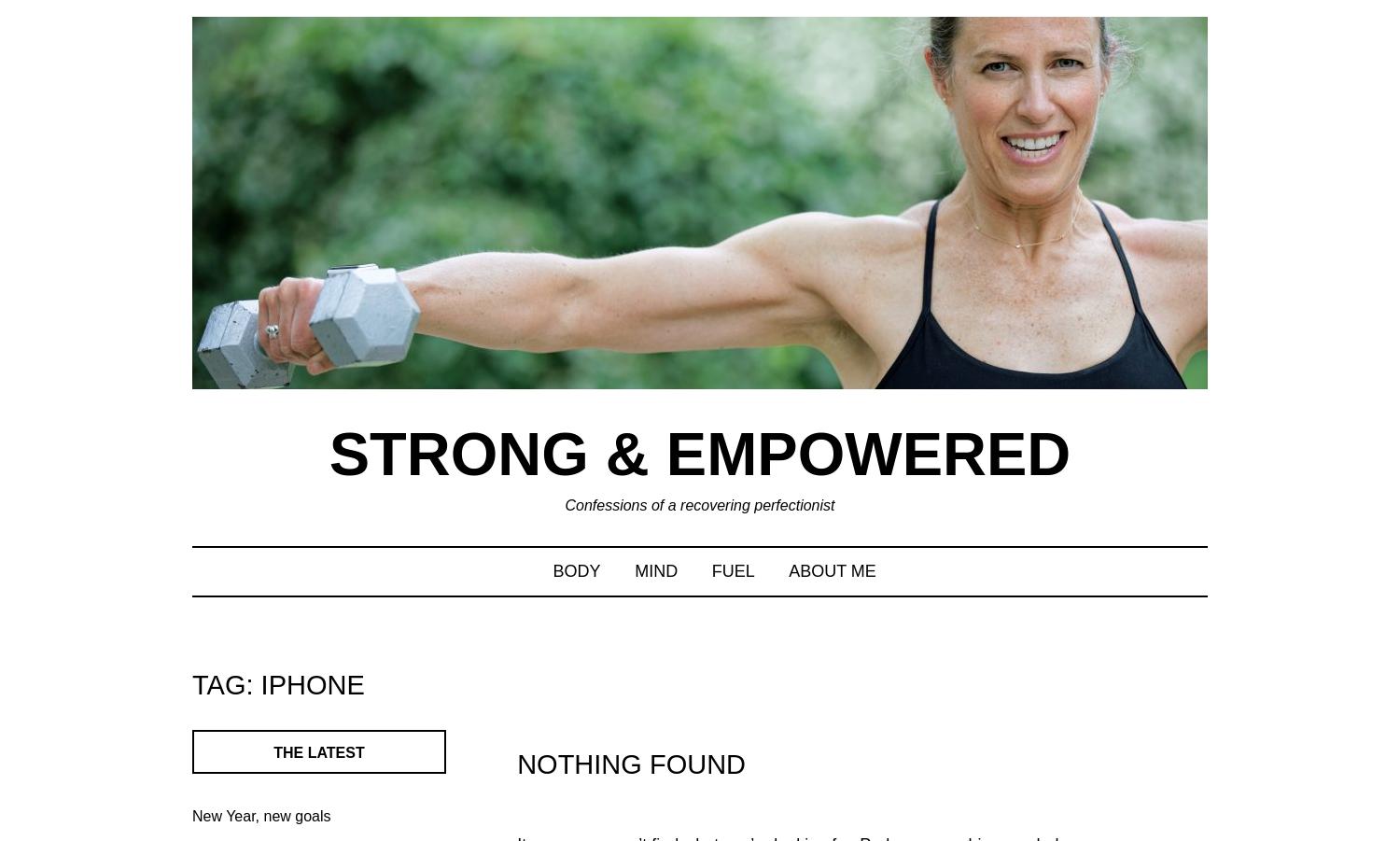 The width and height of the screenshot is (1400, 841). Describe the element at coordinates (190, 682) in the screenshot. I see `'Tag:'` at that location.